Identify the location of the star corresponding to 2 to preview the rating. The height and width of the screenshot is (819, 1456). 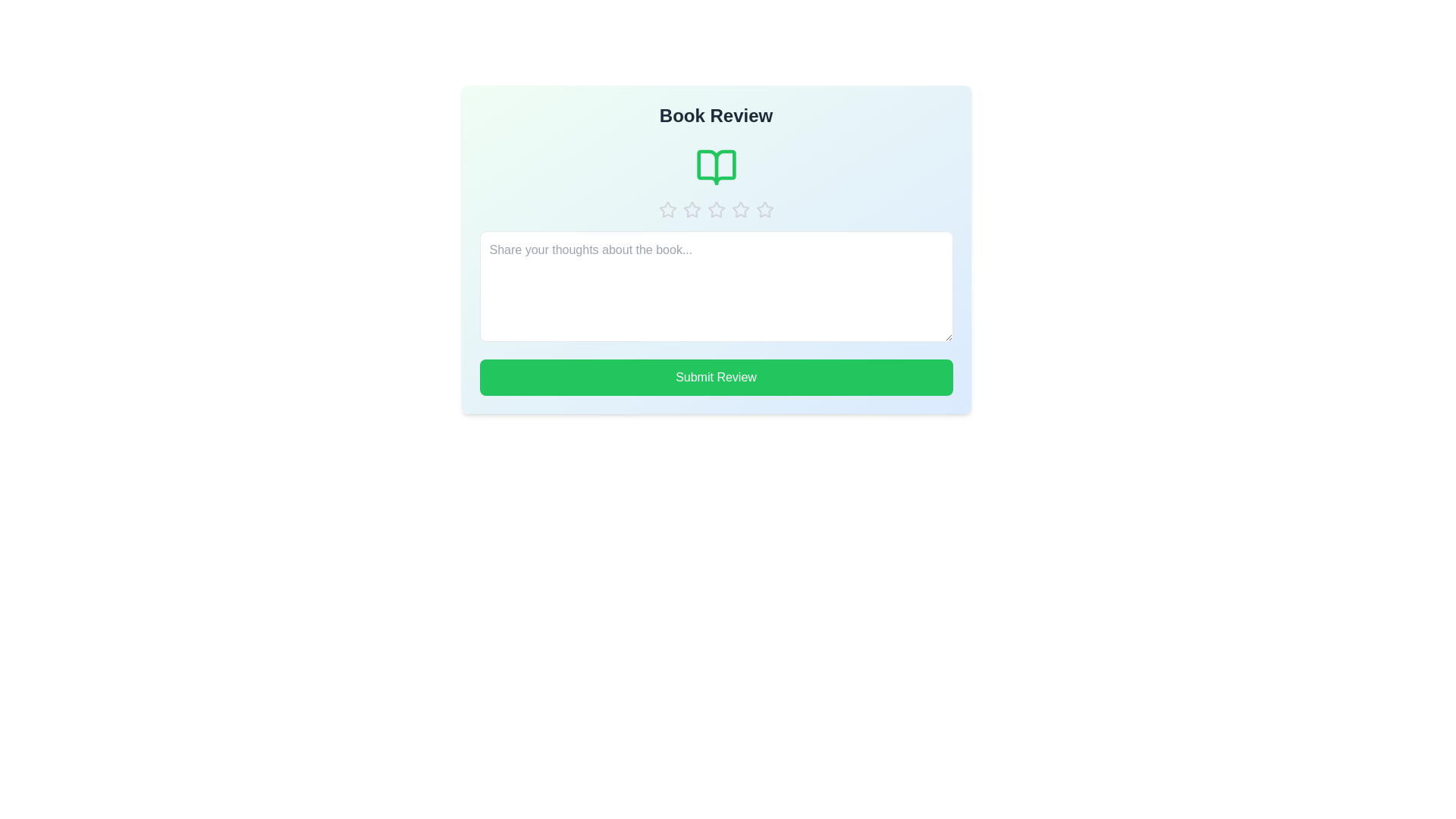
(691, 210).